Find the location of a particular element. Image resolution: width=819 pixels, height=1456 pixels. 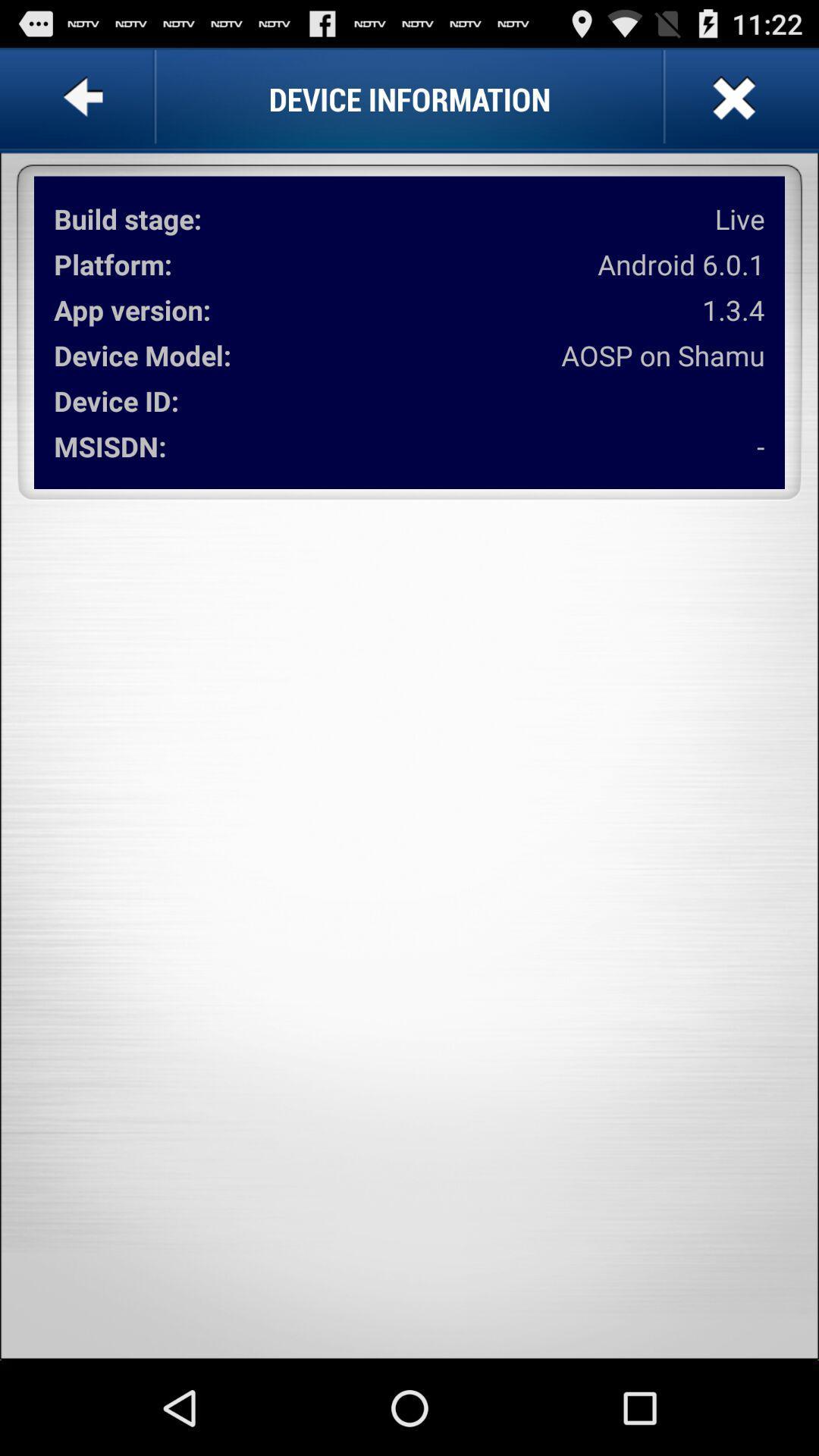

the app next to device information app is located at coordinates (731, 98).